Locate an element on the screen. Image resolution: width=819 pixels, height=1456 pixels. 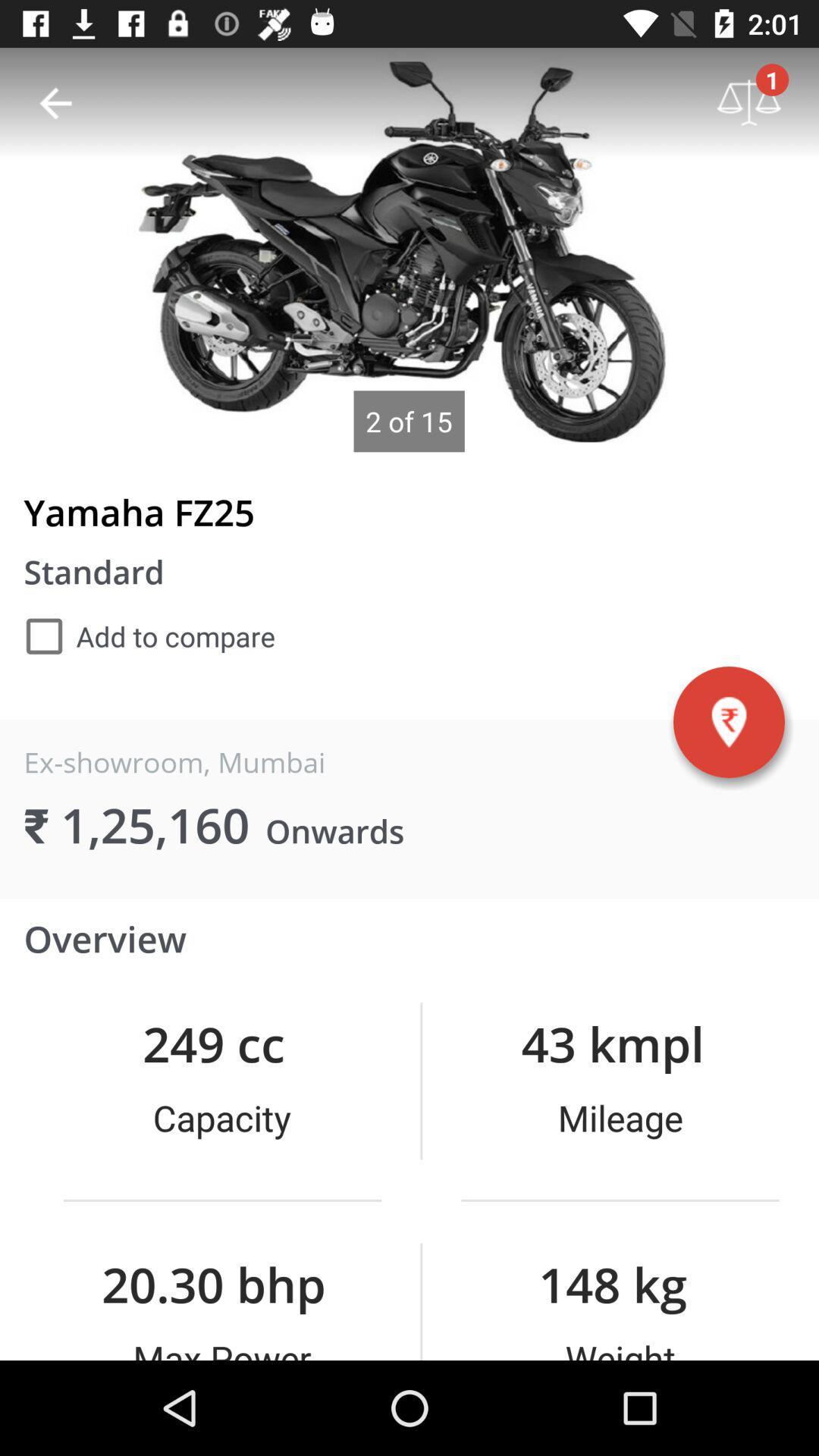
the location icon is located at coordinates (728, 721).